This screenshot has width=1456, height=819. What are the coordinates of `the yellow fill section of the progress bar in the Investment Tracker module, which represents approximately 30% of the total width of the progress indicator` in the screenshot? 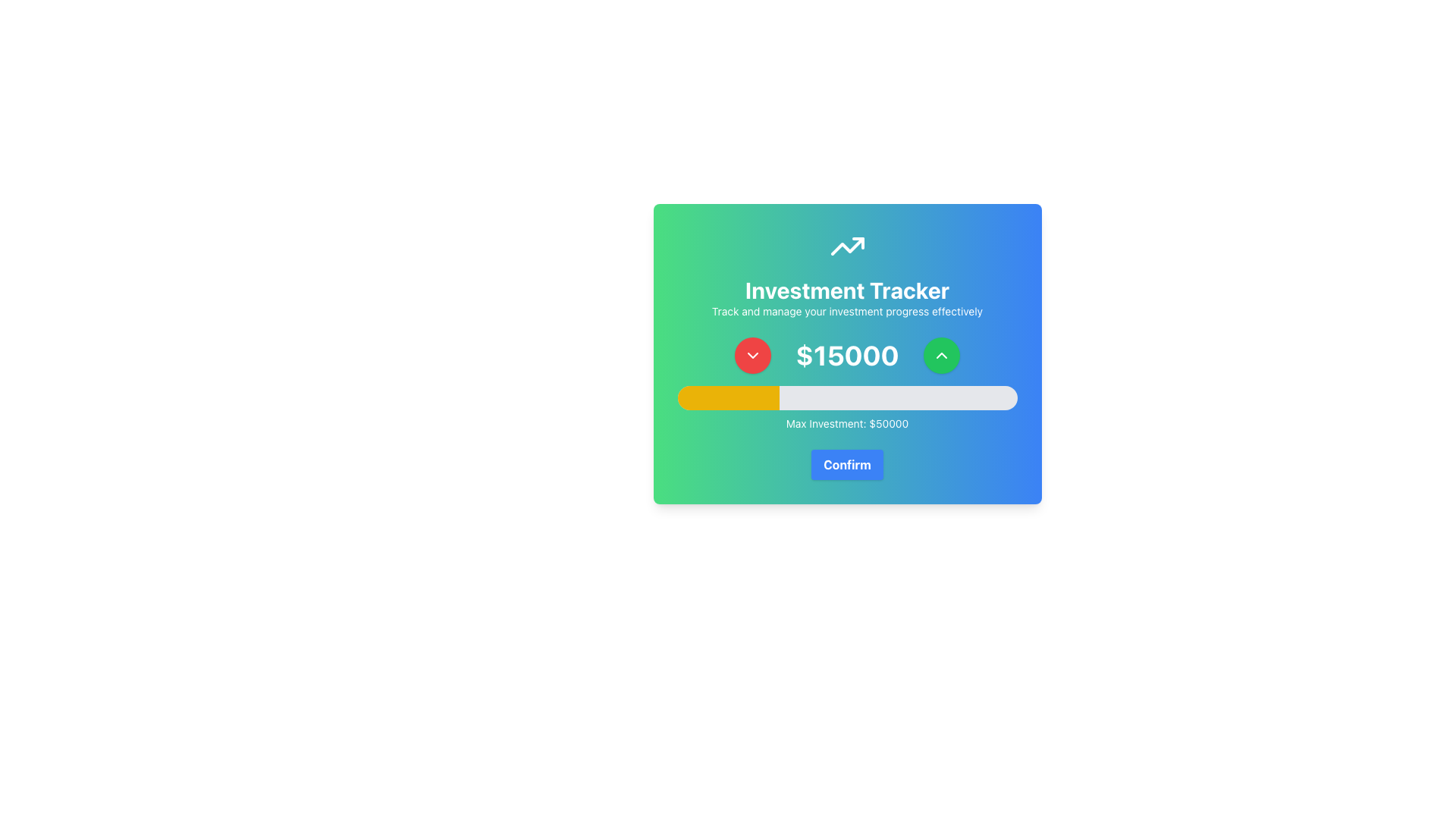 It's located at (728, 397).